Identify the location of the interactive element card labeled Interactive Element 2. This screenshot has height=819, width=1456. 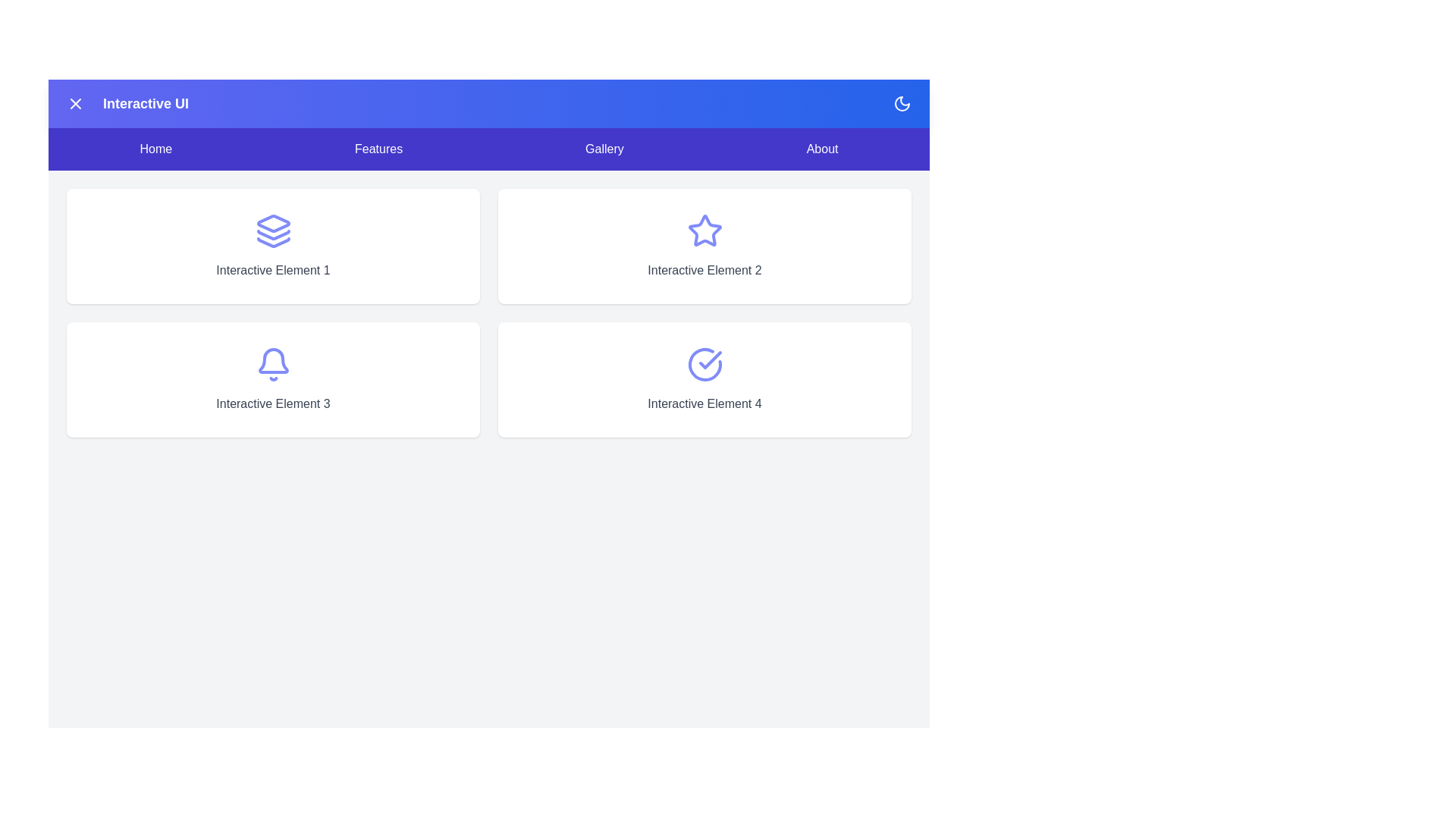
(704, 245).